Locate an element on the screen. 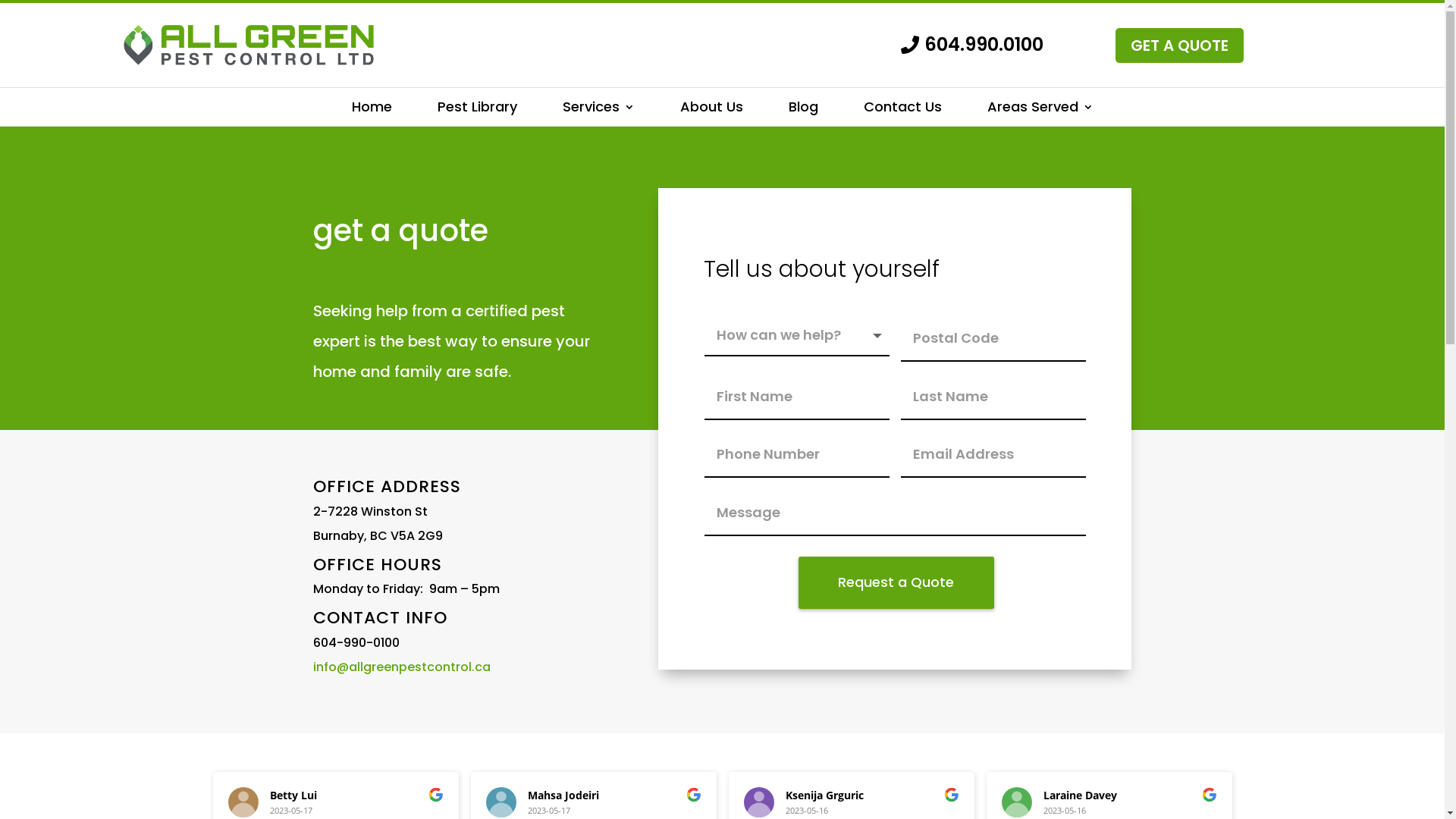 Image resolution: width=1456 pixels, height=819 pixels. 'Areas Served' is located at coordinates (987, 109).